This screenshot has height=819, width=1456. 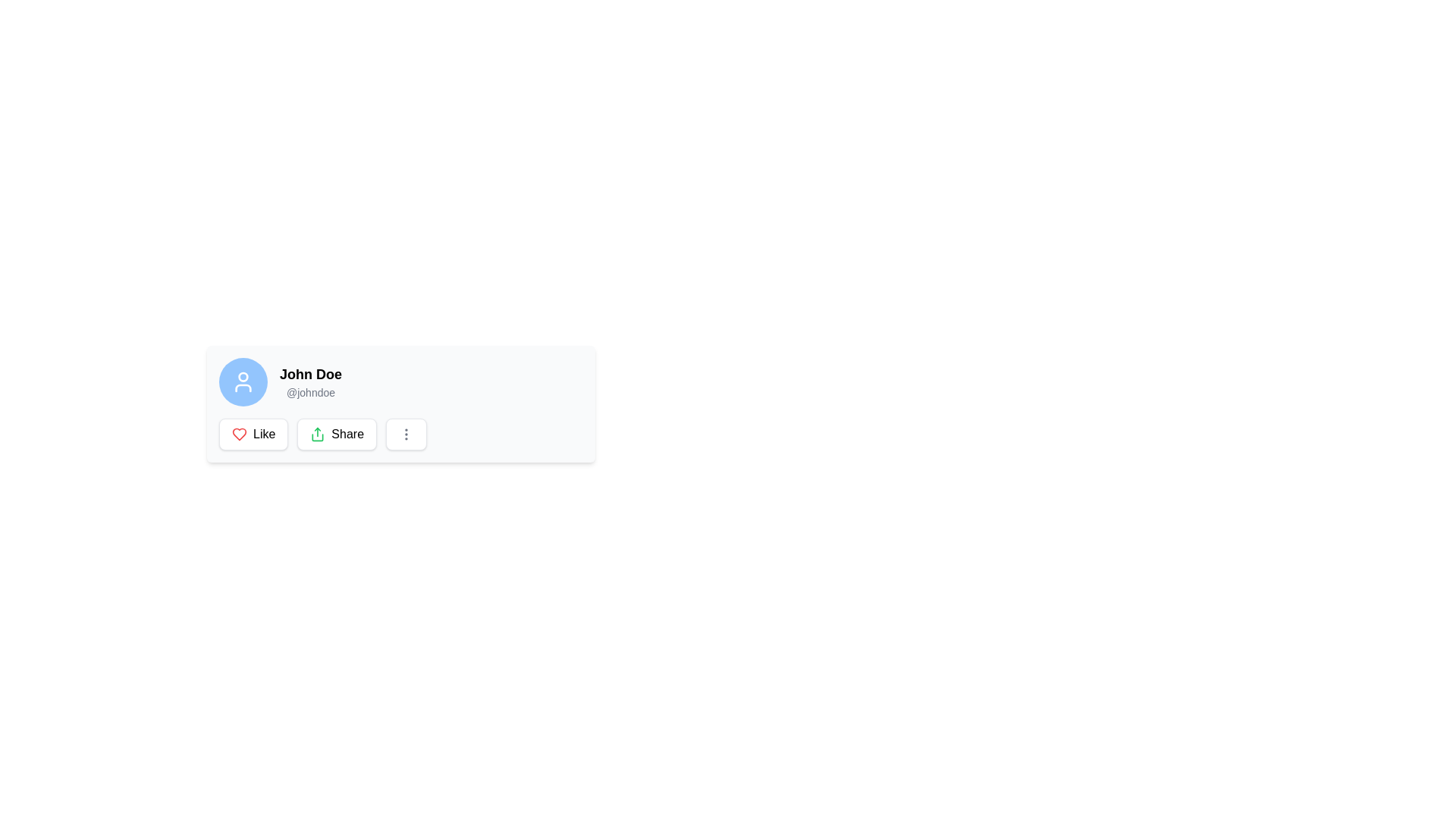 What do you see at coordinates (253, 435) in the screenshot?
I see `the 'Like' interactive button, which is the first button from the left in a row of buttons below the user profile section` at bounding box center [253, 435].